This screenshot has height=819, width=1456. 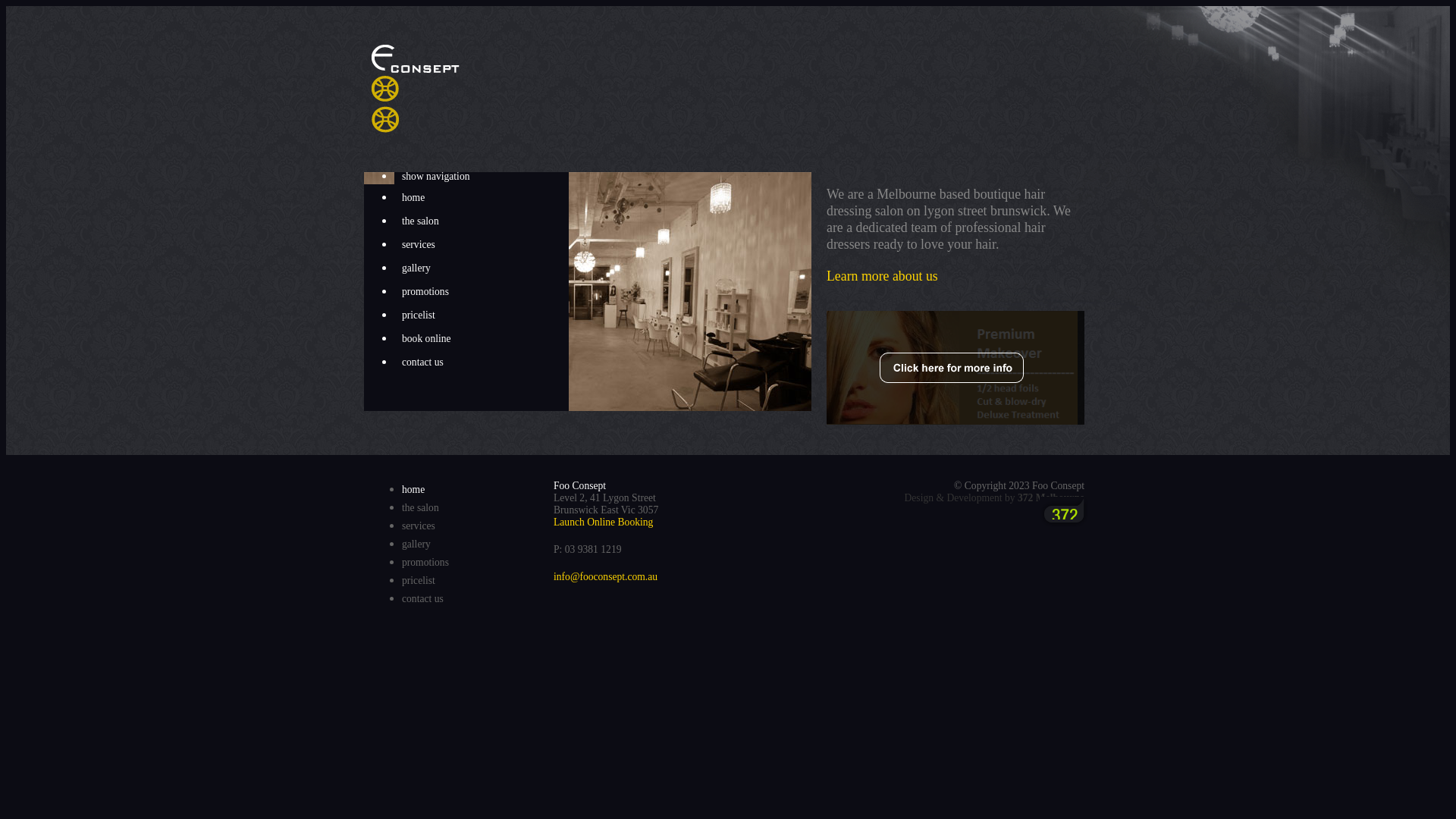 What do you see at coordinates (394, 197) in the screenshot?
I see `'home'` at bounding box center [394, 197].